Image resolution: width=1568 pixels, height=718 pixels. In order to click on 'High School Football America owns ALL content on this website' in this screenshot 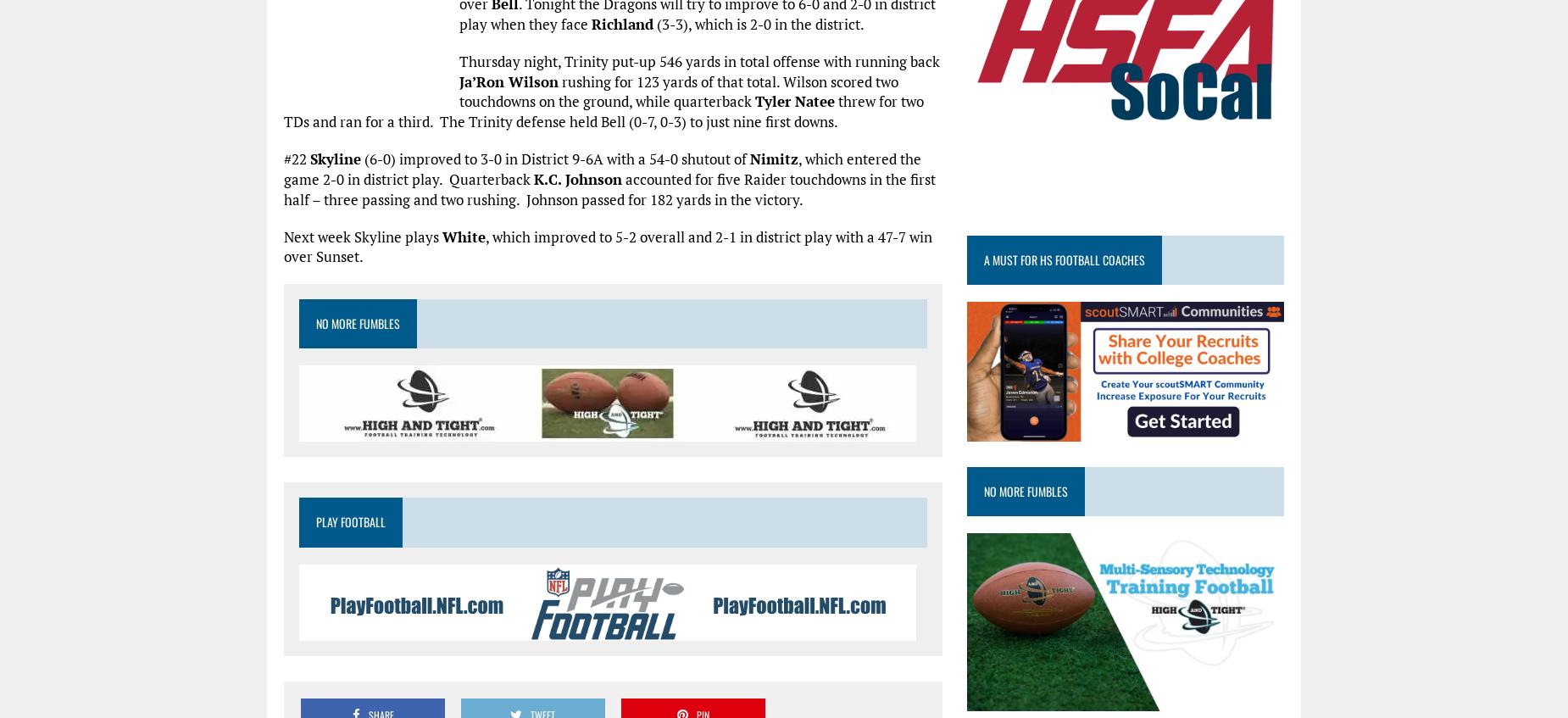, I will do `click(754, 143)`.